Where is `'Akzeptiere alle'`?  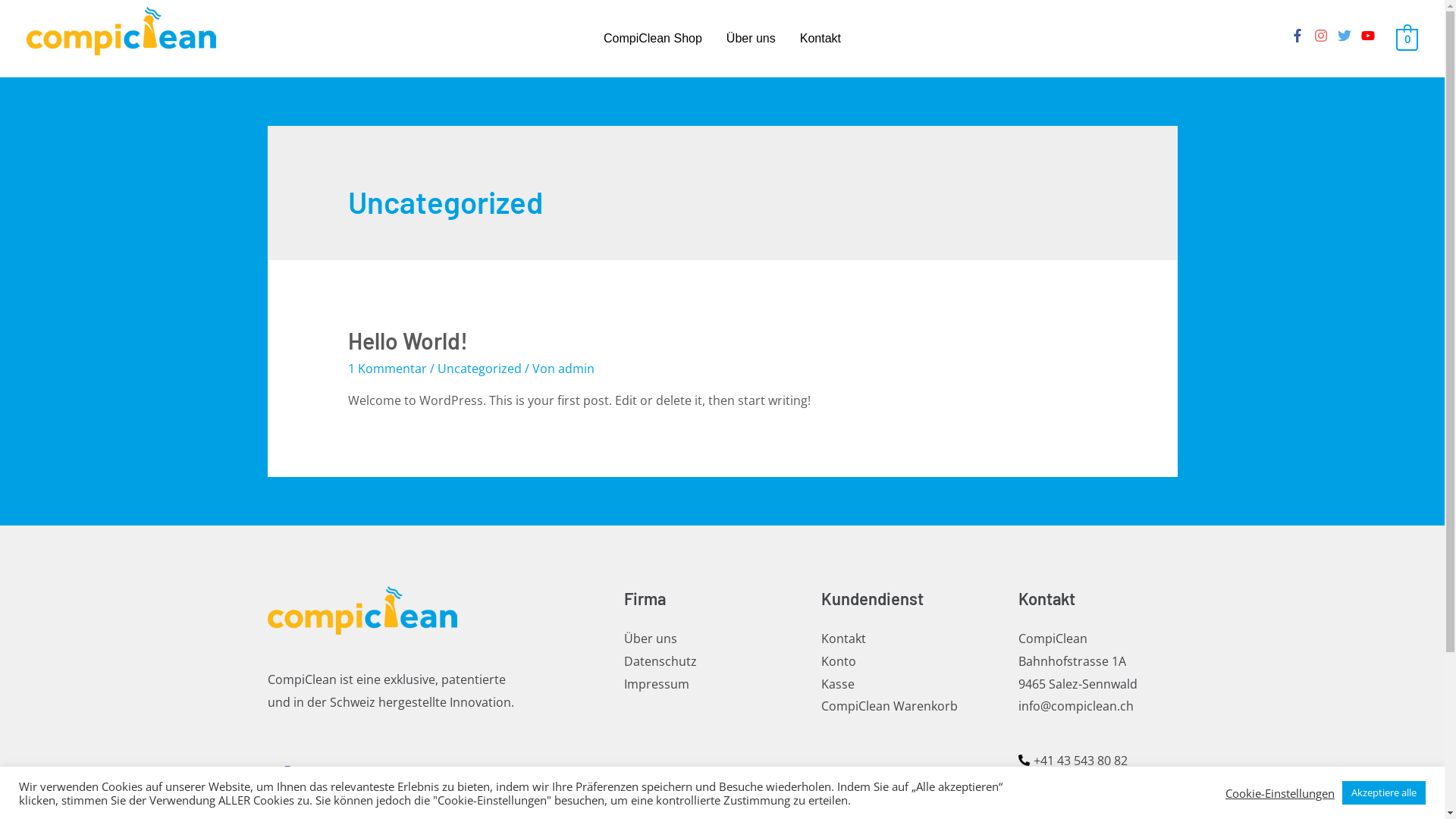
'Akzeptiere alle' is located at coordinates (1383, 792).